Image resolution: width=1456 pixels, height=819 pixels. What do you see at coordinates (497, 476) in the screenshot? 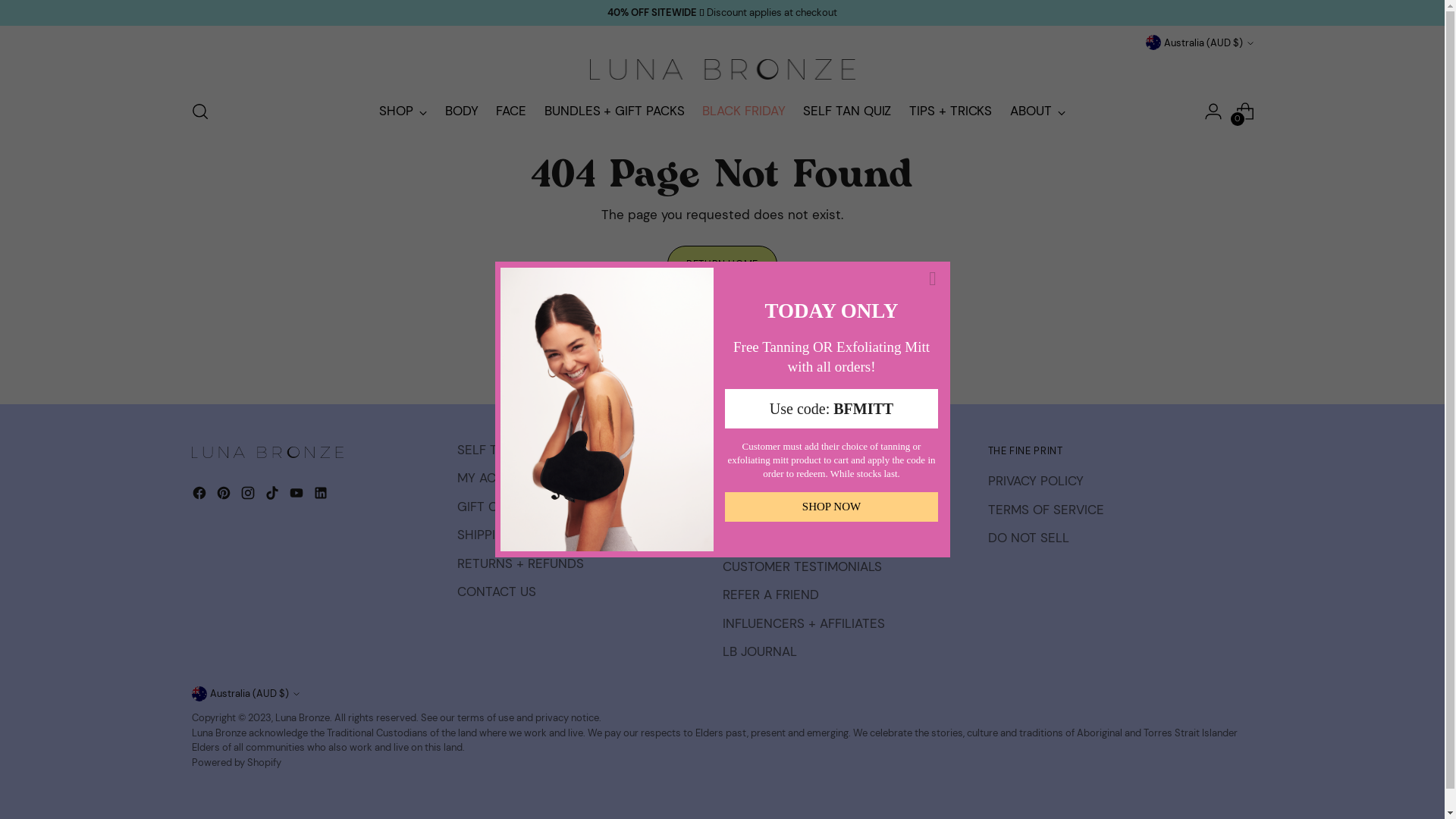
I see `'MY ACCOUNT'` at bounding box center [497, 476].